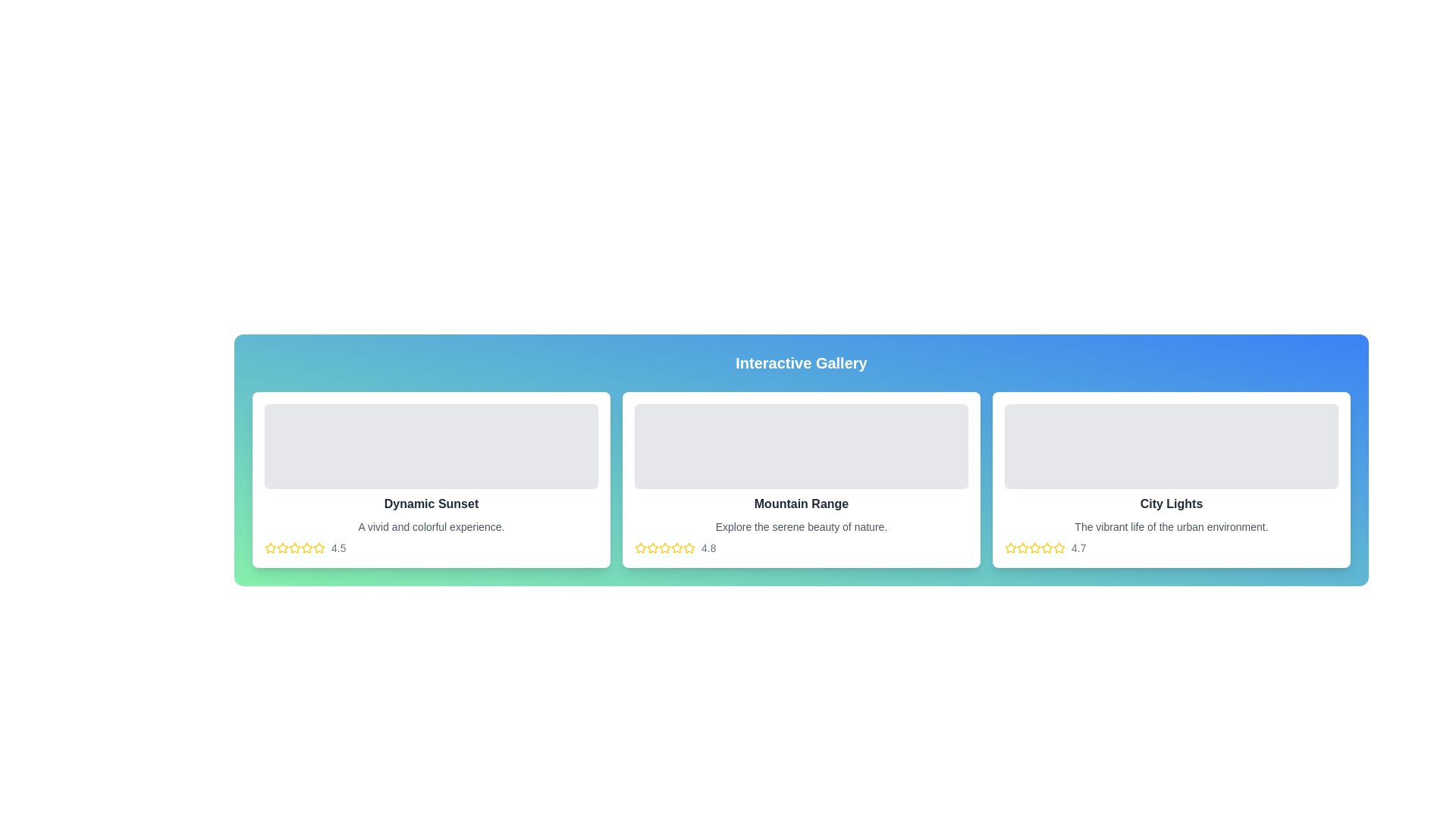 The height and width of the screenshot is (819, 1456). Describe the element at coordinates (431, 548) in the screenshot. I see `the rating value displayed in the Rating Display element consisting of five yellow stars and the numerical rating '4.5' in gray font, located at the bottom of the 'Dynamic Sunset' card` at that location.